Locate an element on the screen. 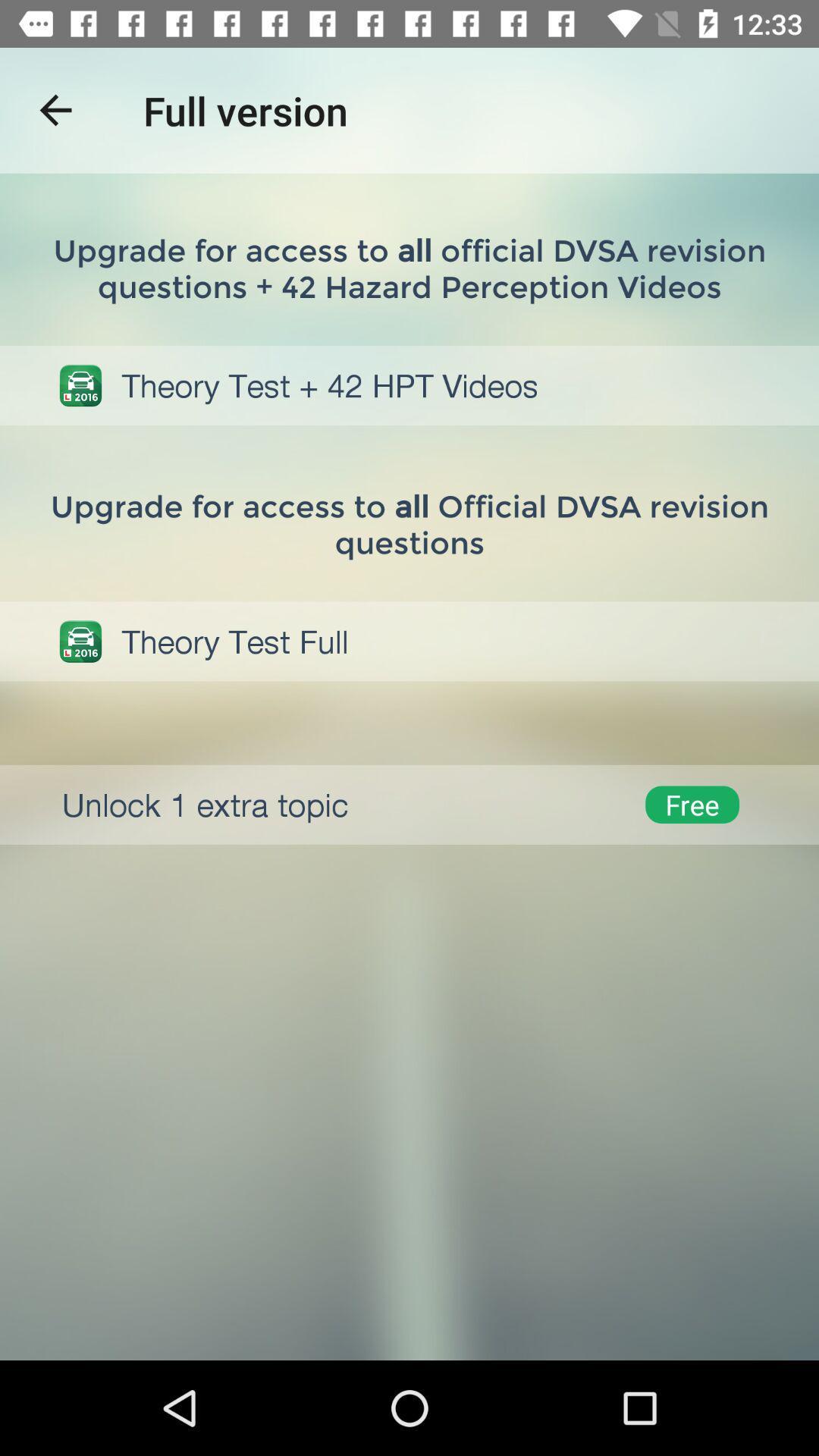 This screenshot has height=1456, width=819. item next to full version item is located at coordinates (55, 109).